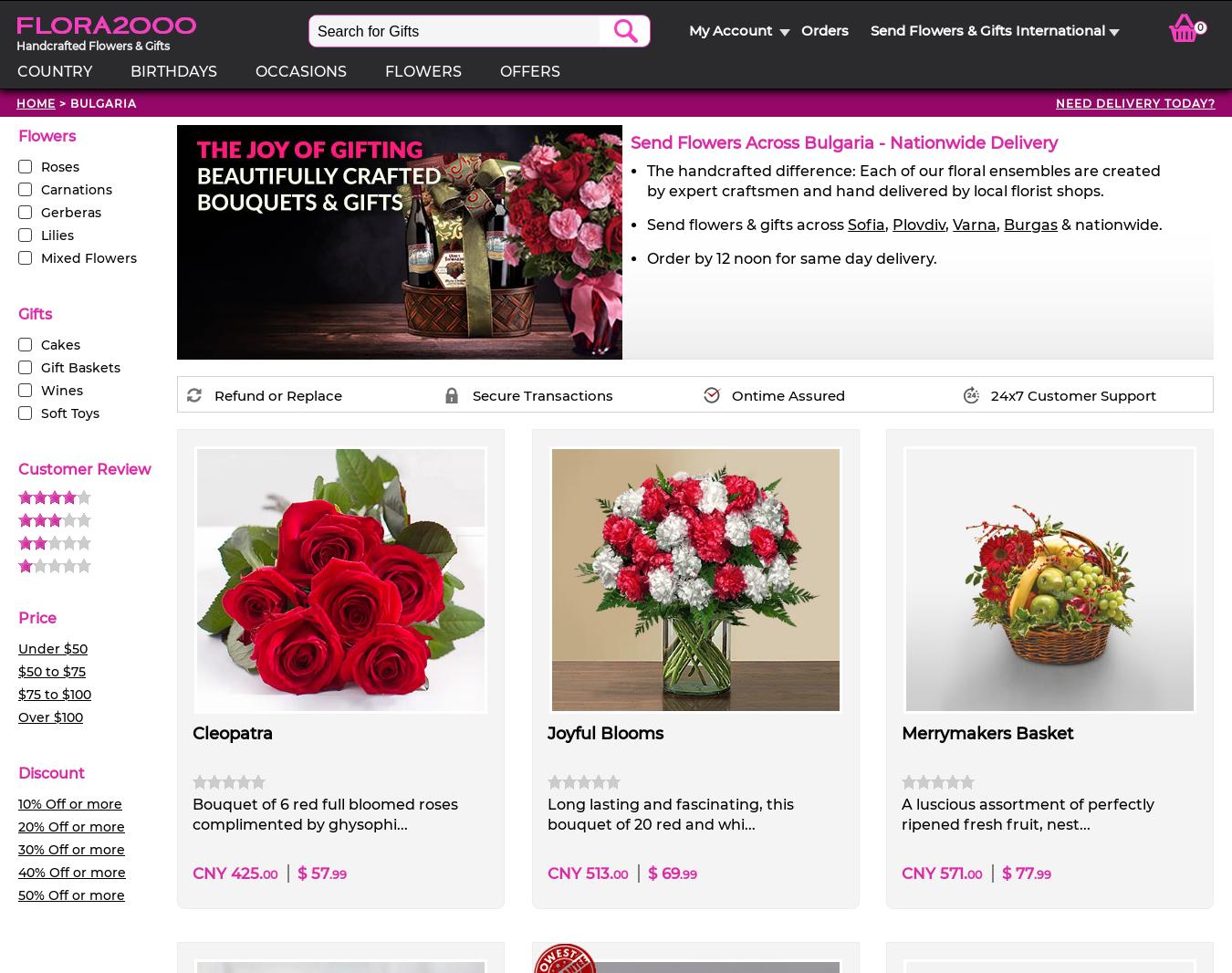  What do you see at coordinates (843, 142) in the screenshot?
I see `'Send Flowers Across Bulgaria - Nationwide Delivery'` at bounding box center [843, 142].